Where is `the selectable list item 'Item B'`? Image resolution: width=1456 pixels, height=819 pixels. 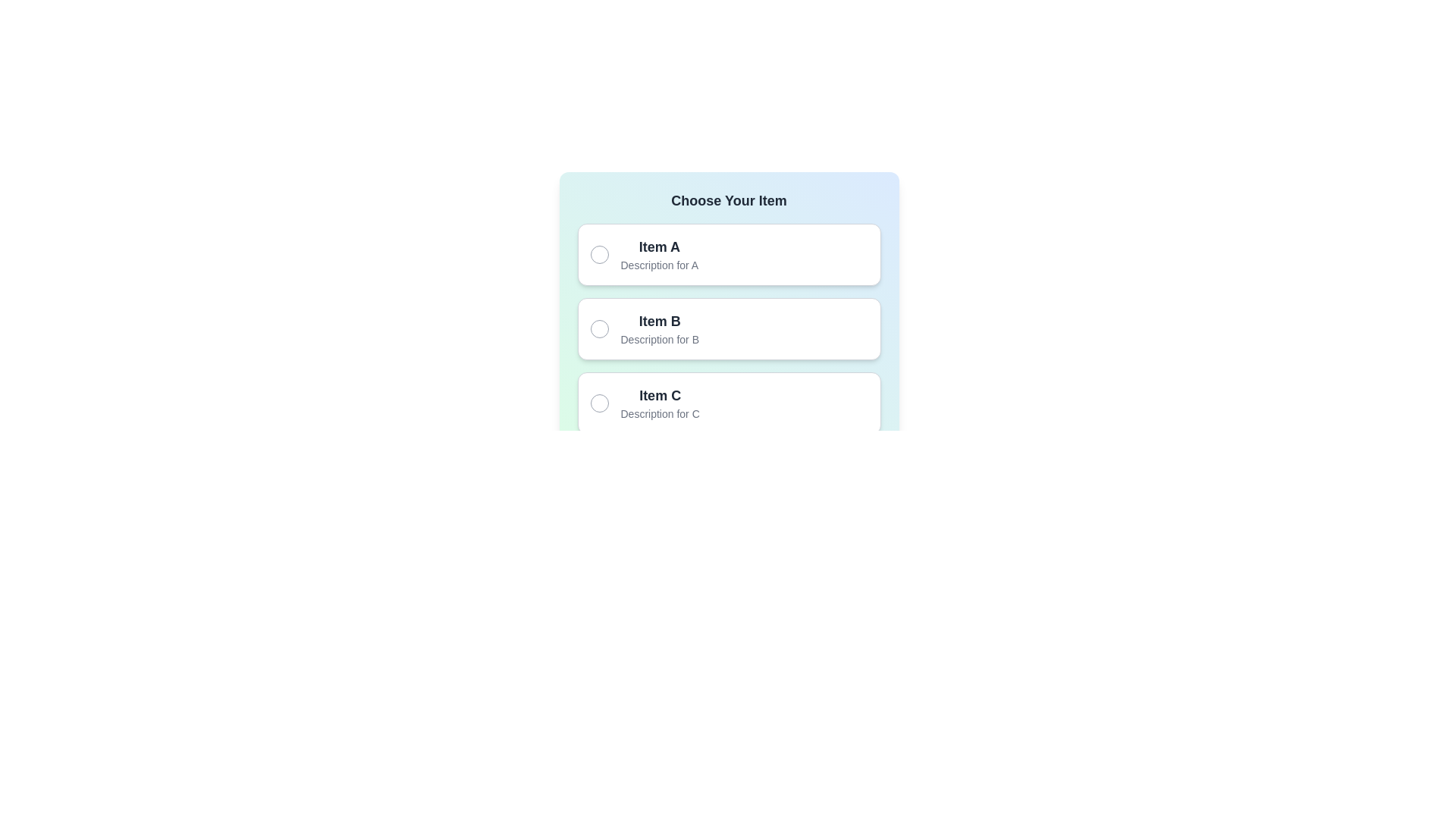
the selectable list item 'Item B' is located at coordinates (729, 328).